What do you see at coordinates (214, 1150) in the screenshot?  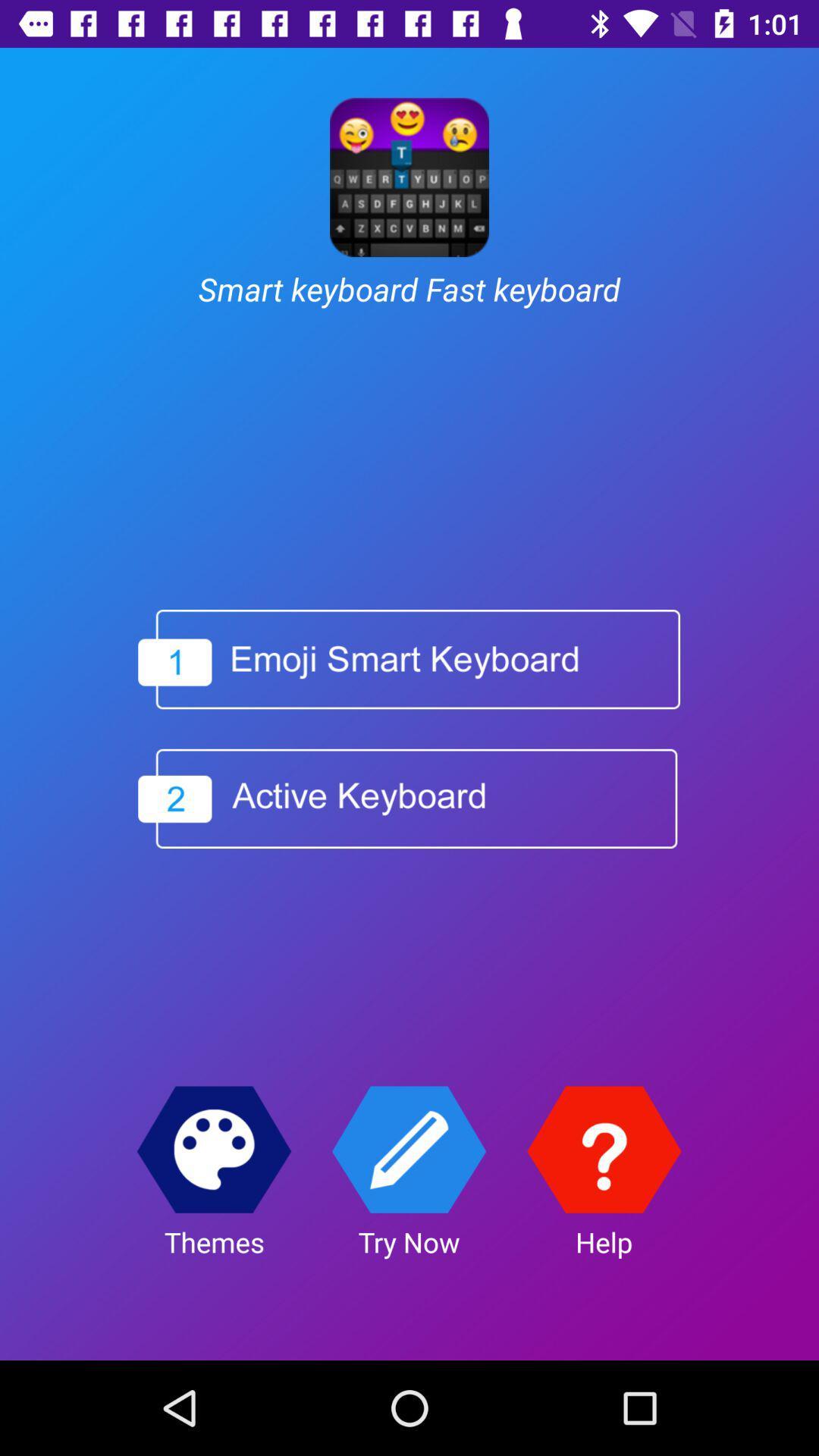 I see `themes` at bounding box center [214, 1150].